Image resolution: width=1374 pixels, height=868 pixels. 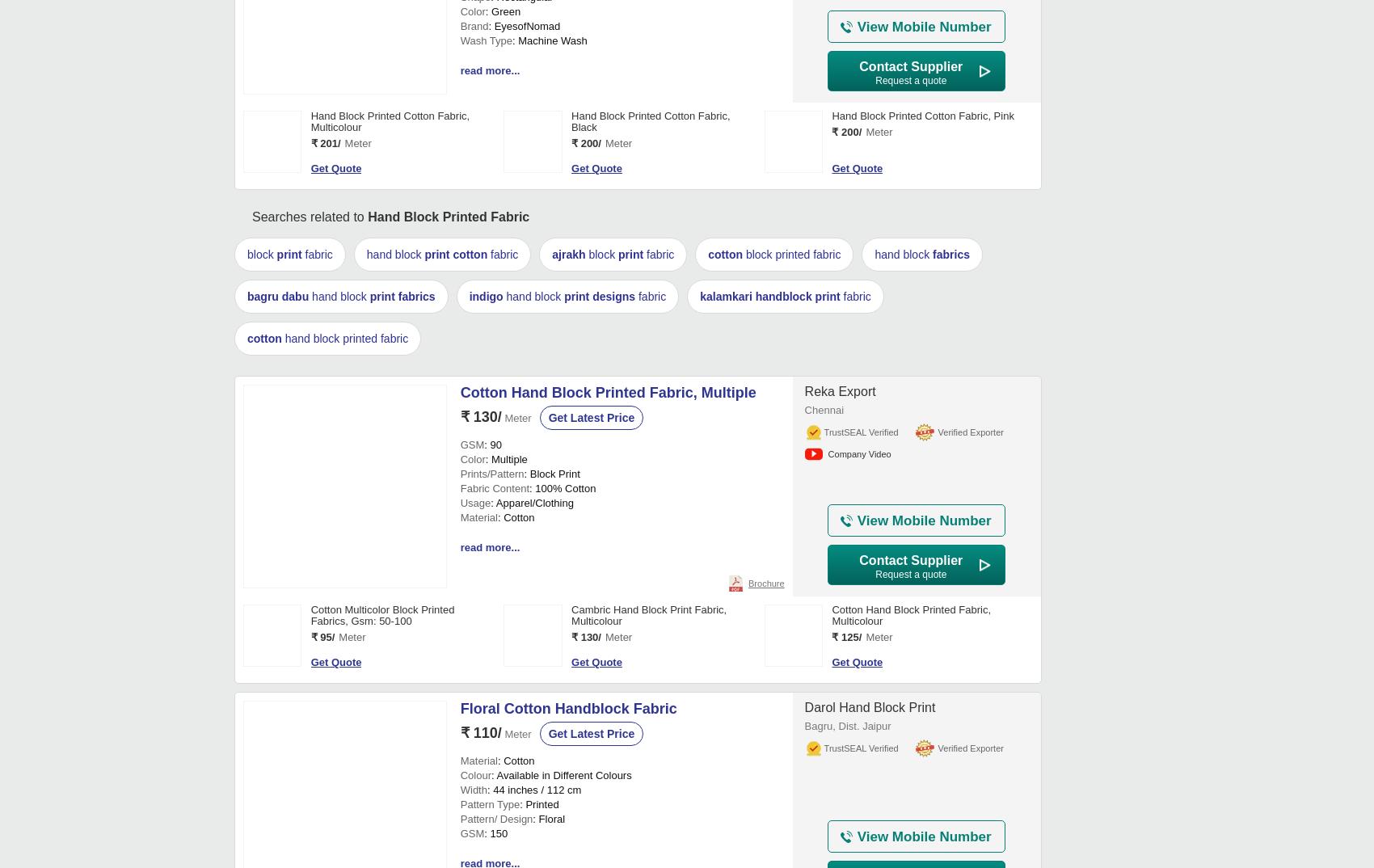 I want to click on 'dabu', so click(x=293, y=791).